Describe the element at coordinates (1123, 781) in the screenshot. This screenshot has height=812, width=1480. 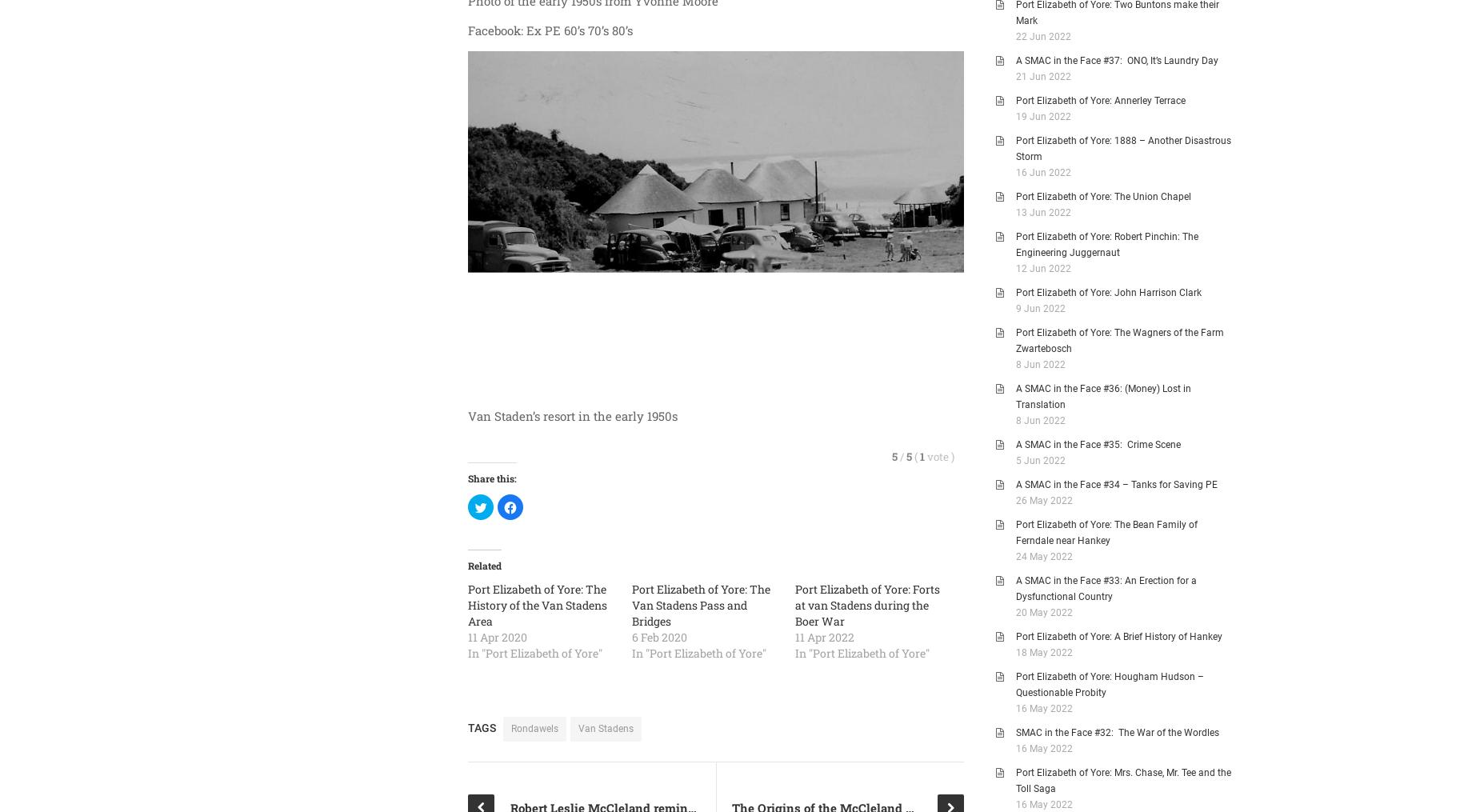
I see `'Port Elizabeth of Yore: Mrs. Chase, Mr. Tee and the Toll Saga'` at that location.